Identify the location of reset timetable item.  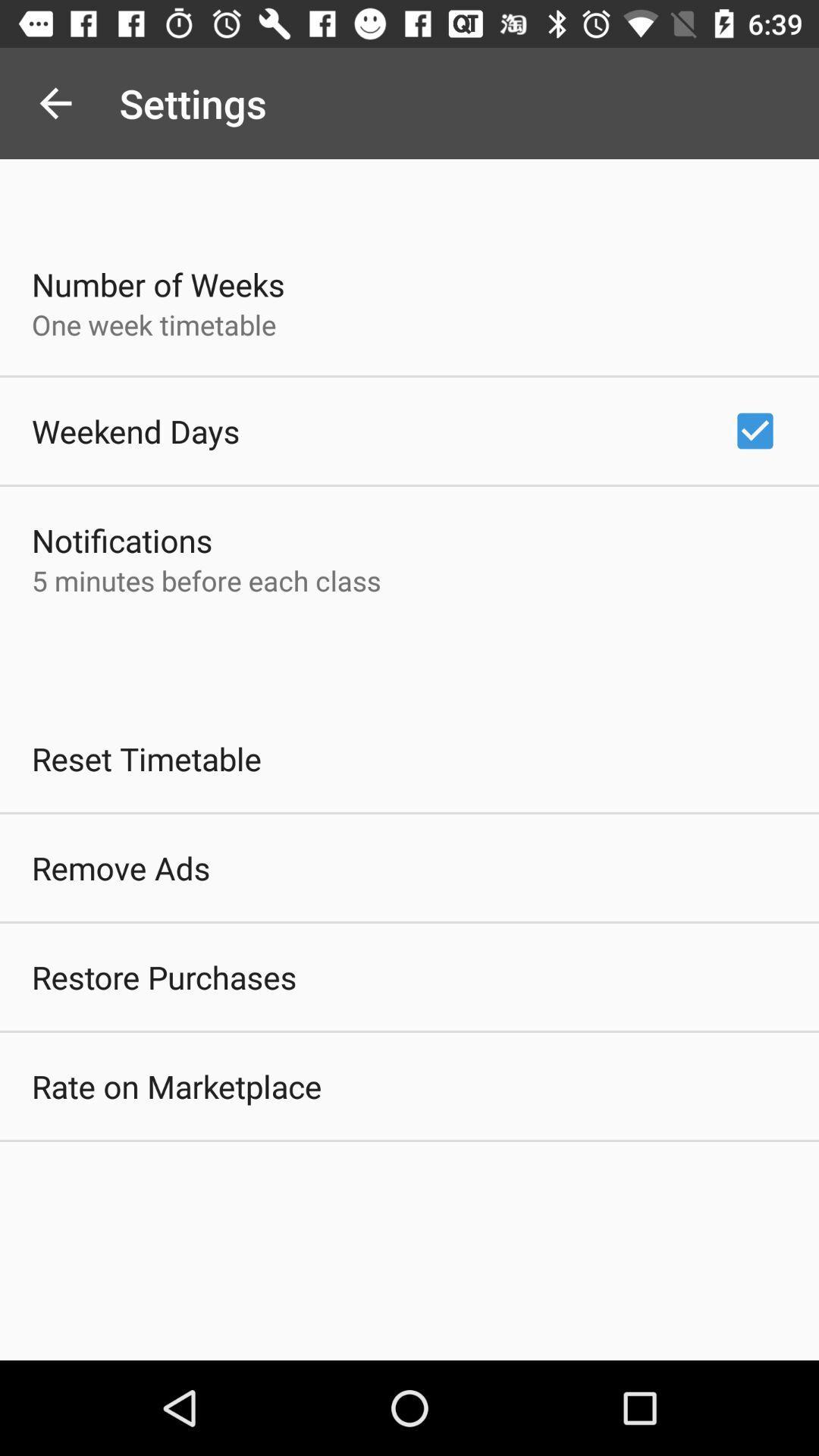
(146, 758).